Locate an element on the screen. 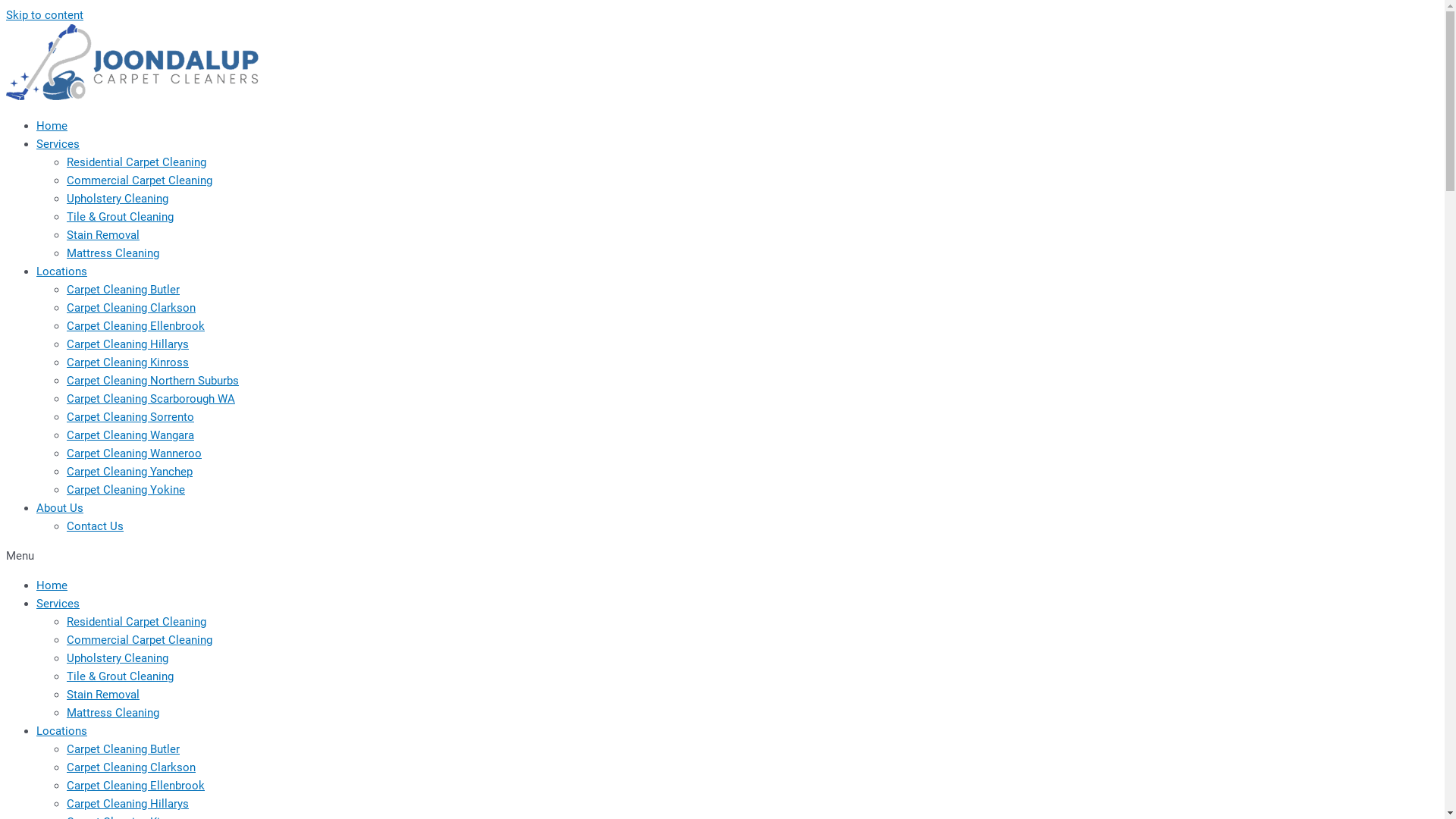 This screenshot has height=819, width=1456. 'Skip to content' is located at coordinates (44, 14).